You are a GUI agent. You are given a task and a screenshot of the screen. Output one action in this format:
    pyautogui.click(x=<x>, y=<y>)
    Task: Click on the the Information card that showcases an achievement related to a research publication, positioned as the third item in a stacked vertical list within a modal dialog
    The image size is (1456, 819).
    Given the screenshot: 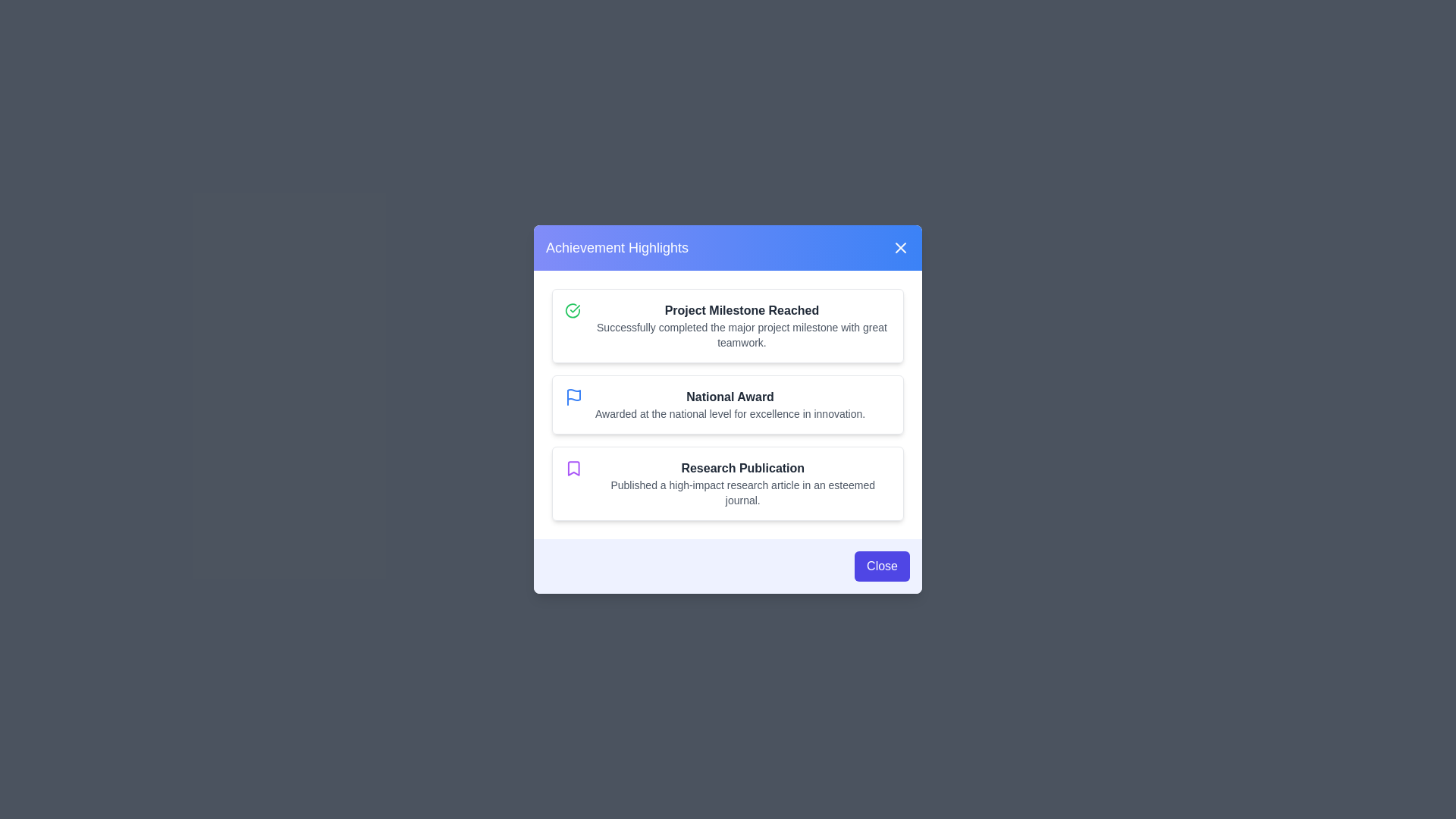 What is the action you would take?
    pyautogui.click(x=728, y=483)
    